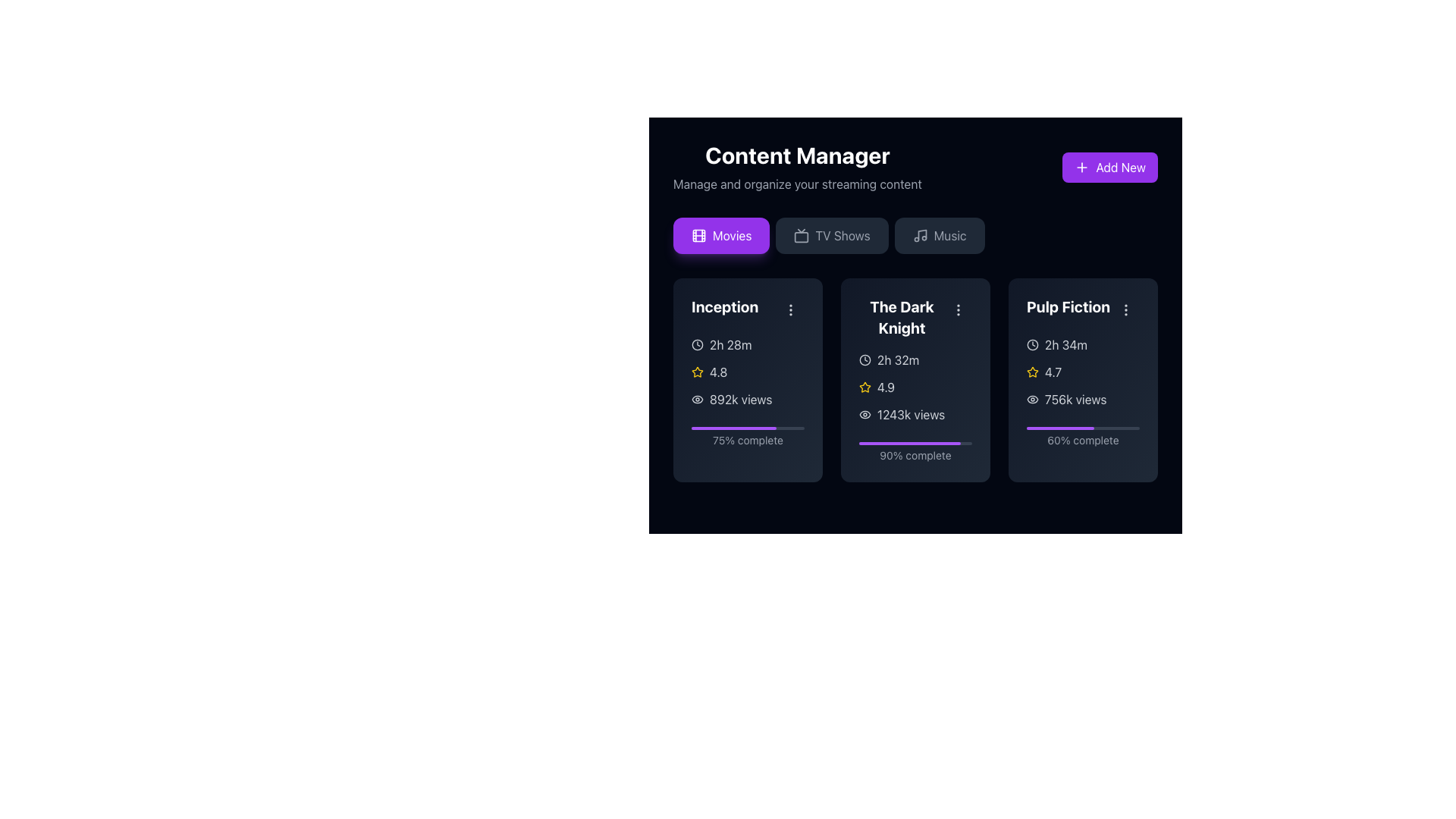  I want to click on the 'Add New' text label located on the button with a purple background in the top-right corner of the user interface, so click(1121, 167).